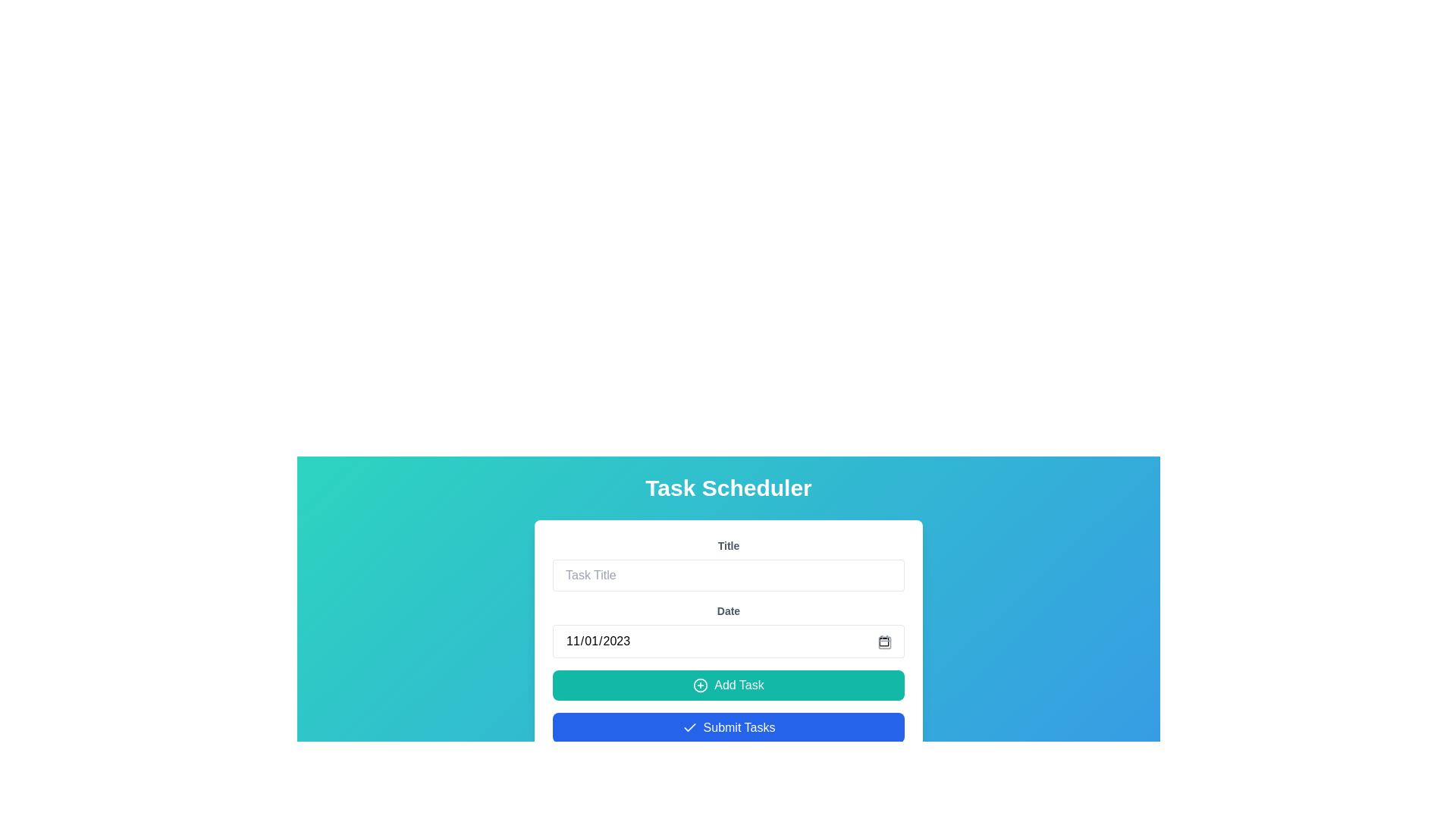  I want to click on the circular icon with a plus sign located inside the 'Add Task' button, which has a teal background and is outlined, positioned centrally below the input fields, so click(700, 685).